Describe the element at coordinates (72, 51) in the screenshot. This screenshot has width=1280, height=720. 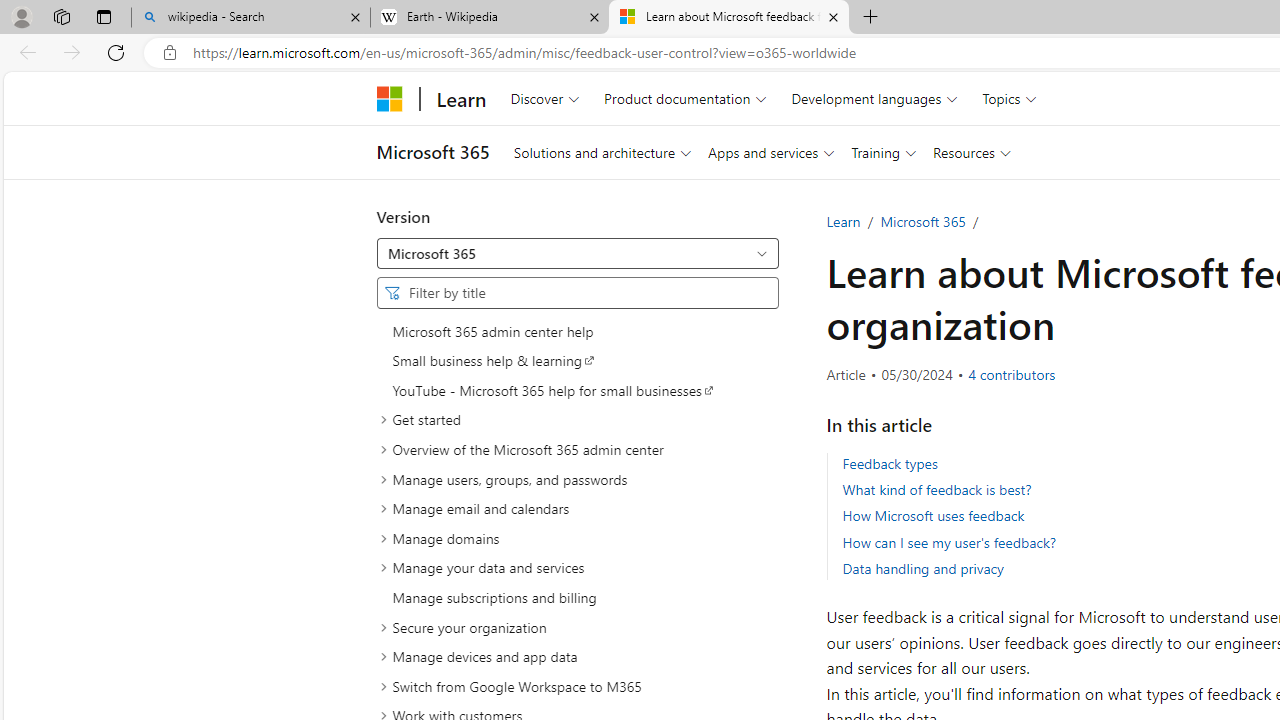
I see `'Forward'` at that location.